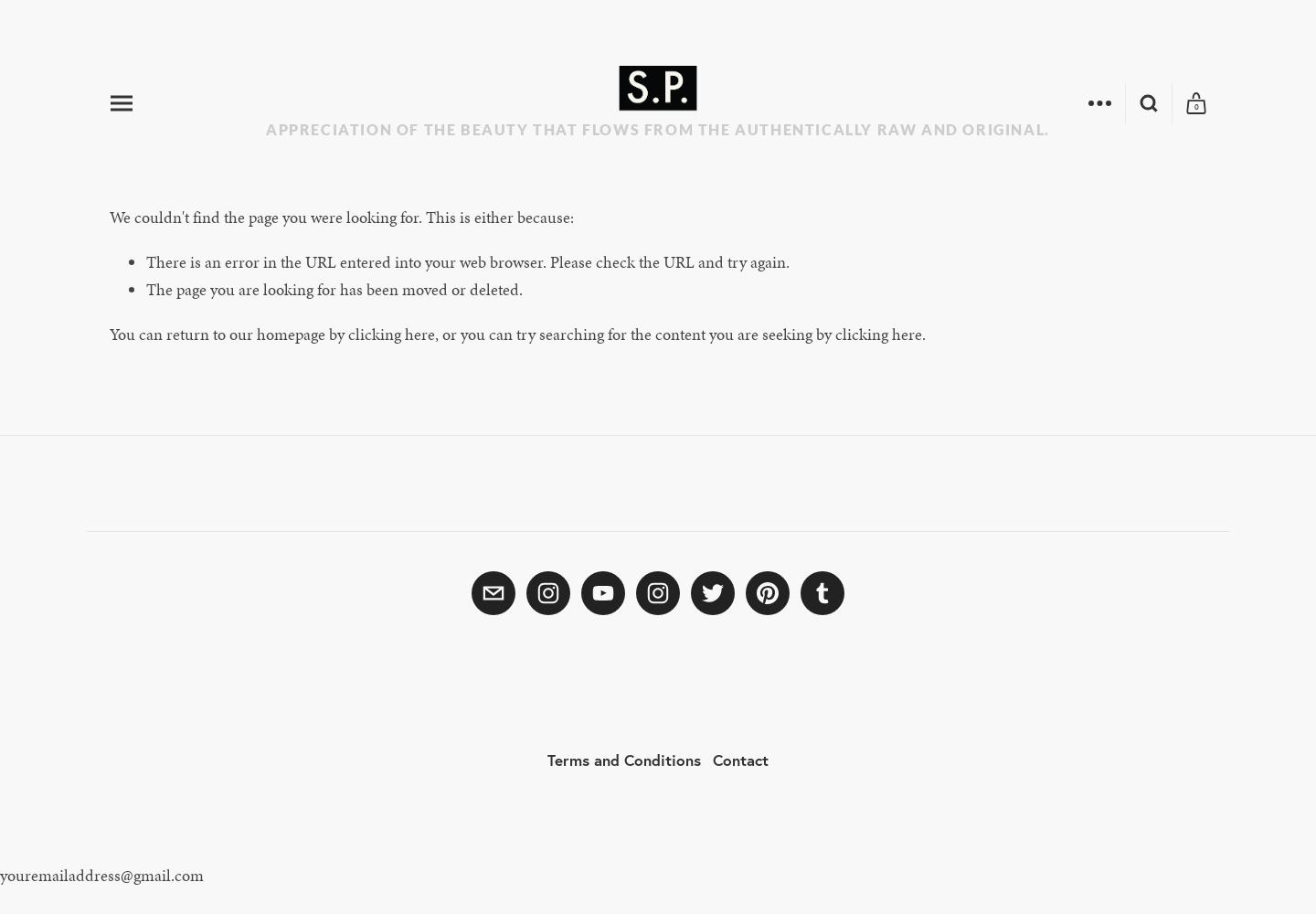 Image resolution: width=1316 pixels, height=914 pixels. What do you see at coordinates (923, 332) in the screenshot?
I see `'.'` at bounding box center [923, 332].